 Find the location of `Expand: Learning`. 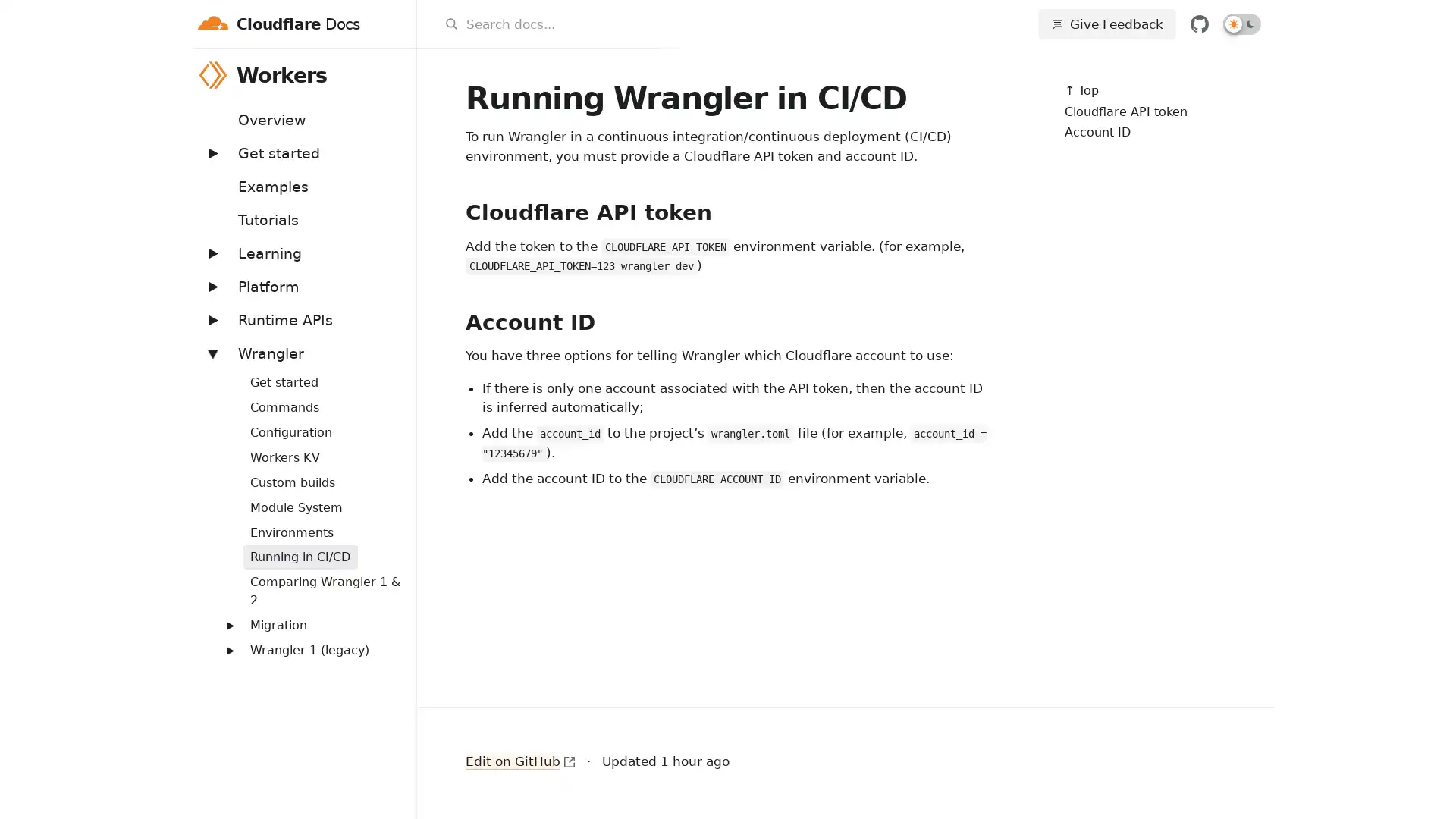

Expand: Learning is located at coordinates (211, 252).